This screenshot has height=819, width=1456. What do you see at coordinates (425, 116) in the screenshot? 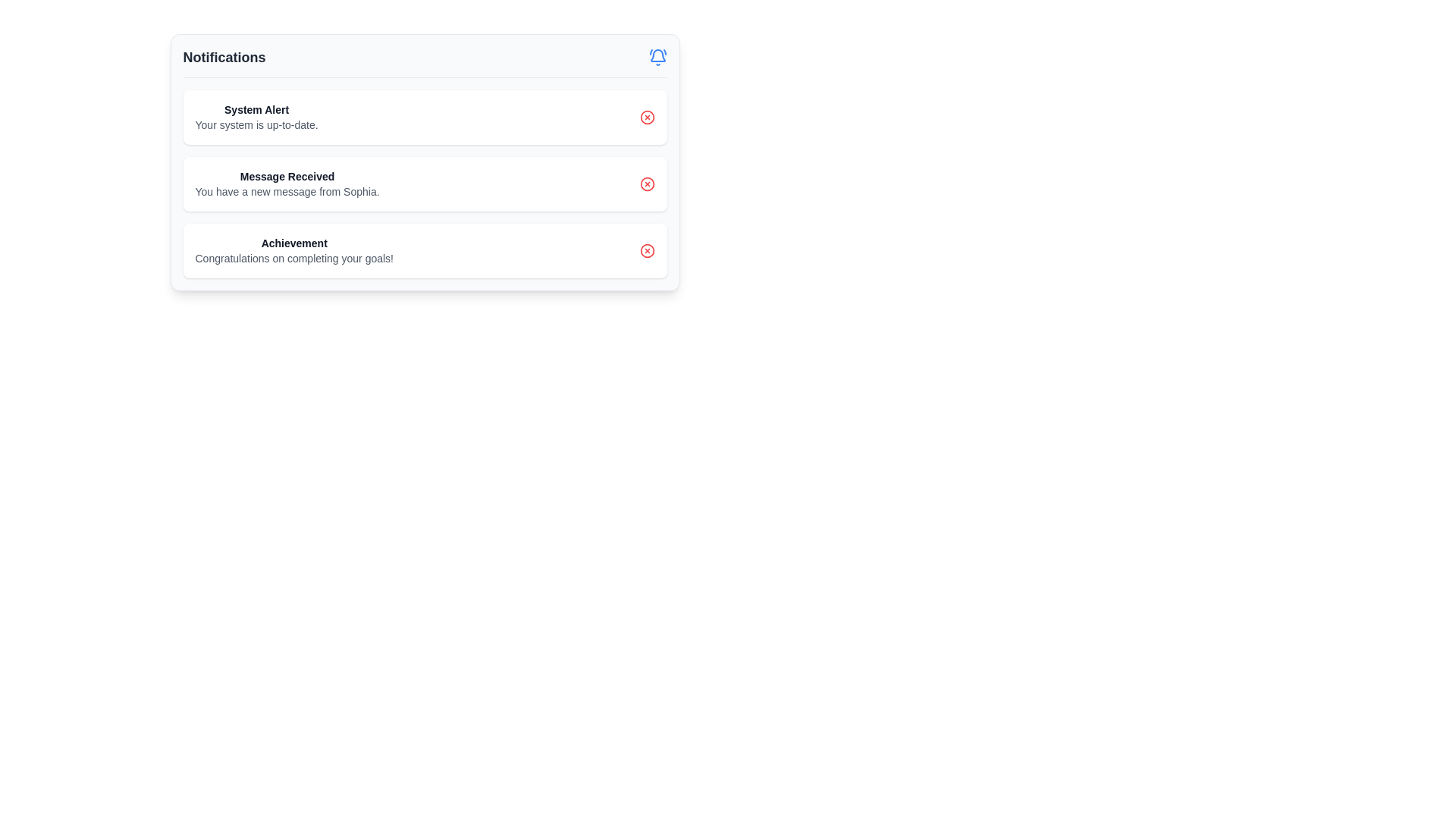
I see `the Notification or Alert Card indicating the system is up-to-date, located at the top of the notification list` at bounding box center [425, 116].